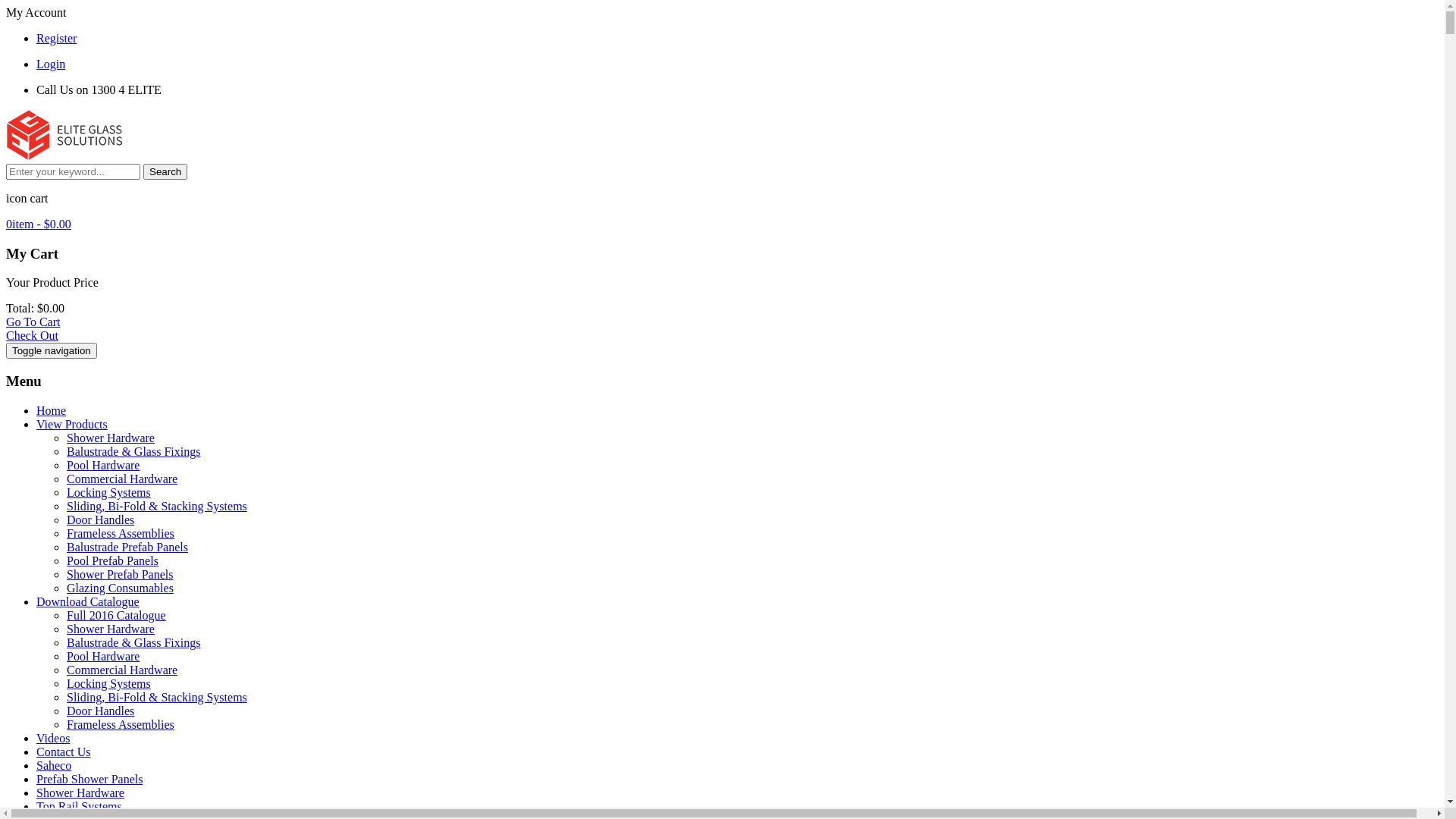  I want to click on 'Toggle navigation', so click(51, 350).